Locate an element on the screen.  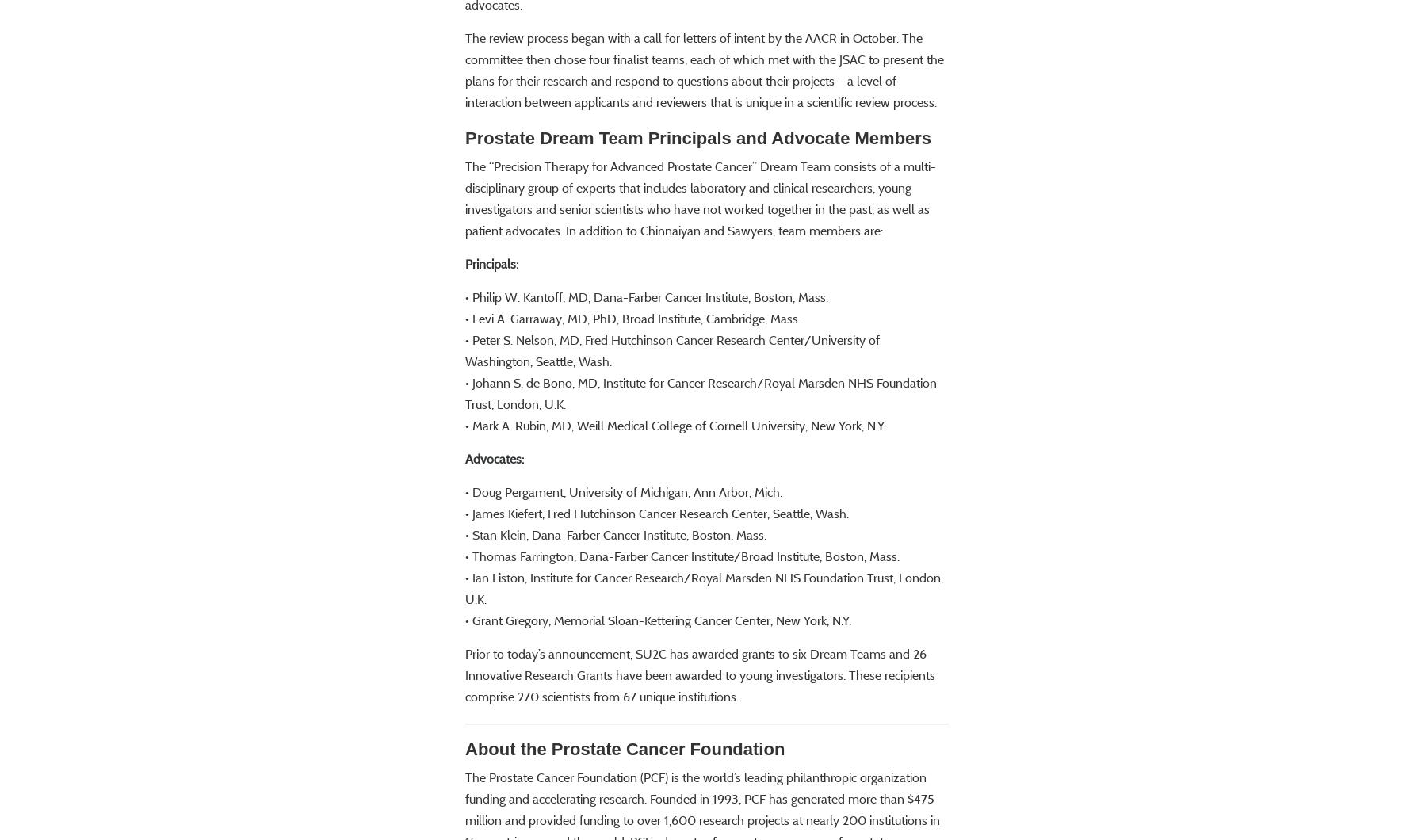
'• Grant Gregory, Memorial Sloan-Kettering Cancer Center, New York, N.Y.' is located at coordinates (657, 666).